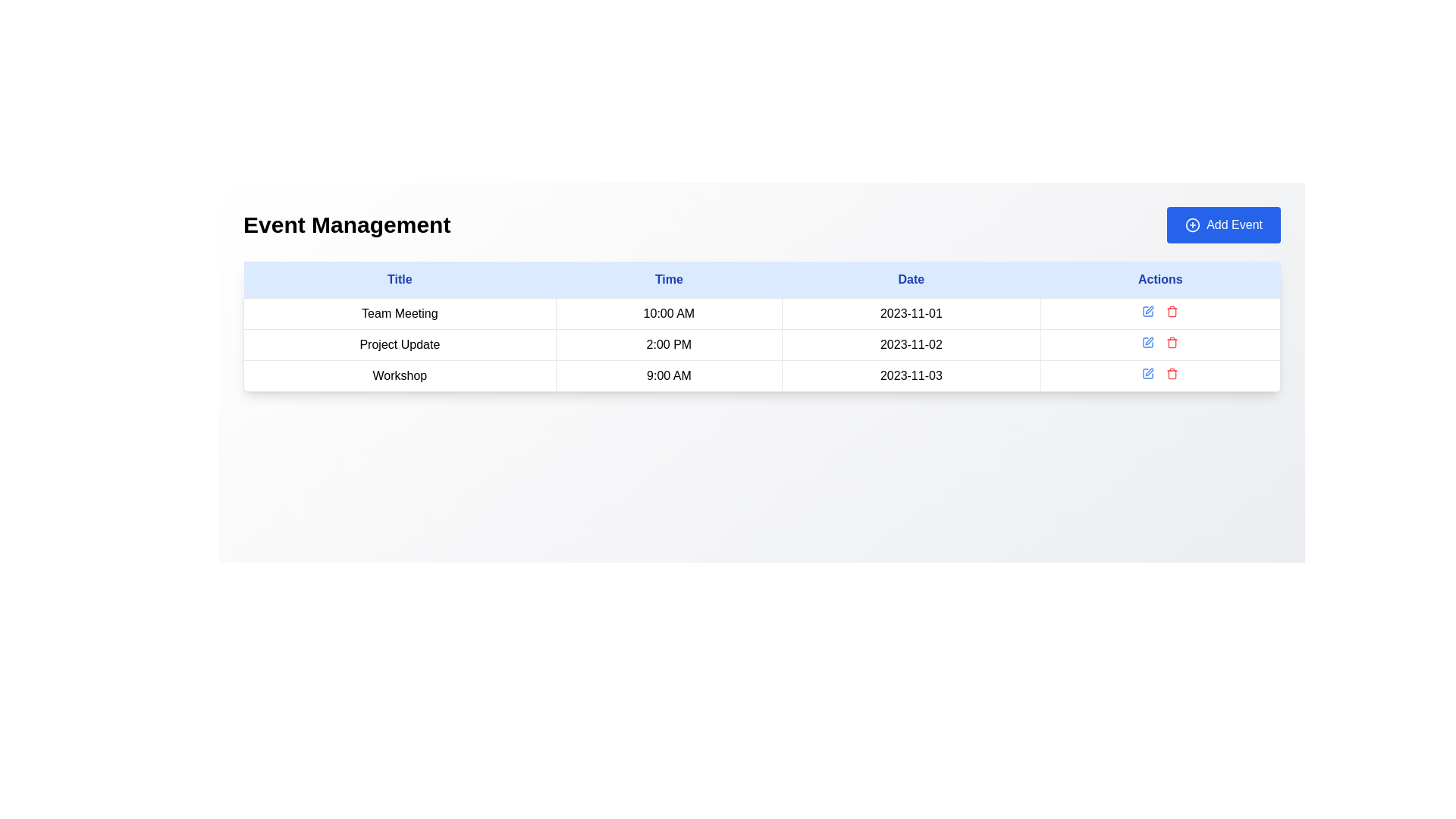 This screenshot has width=1456, height=819. I want to click on the header label of the first column of the table, which identifies the titles of listed items, positioned before the 'Time', 'Date', and 'Actions' headers, so click(400, 280).